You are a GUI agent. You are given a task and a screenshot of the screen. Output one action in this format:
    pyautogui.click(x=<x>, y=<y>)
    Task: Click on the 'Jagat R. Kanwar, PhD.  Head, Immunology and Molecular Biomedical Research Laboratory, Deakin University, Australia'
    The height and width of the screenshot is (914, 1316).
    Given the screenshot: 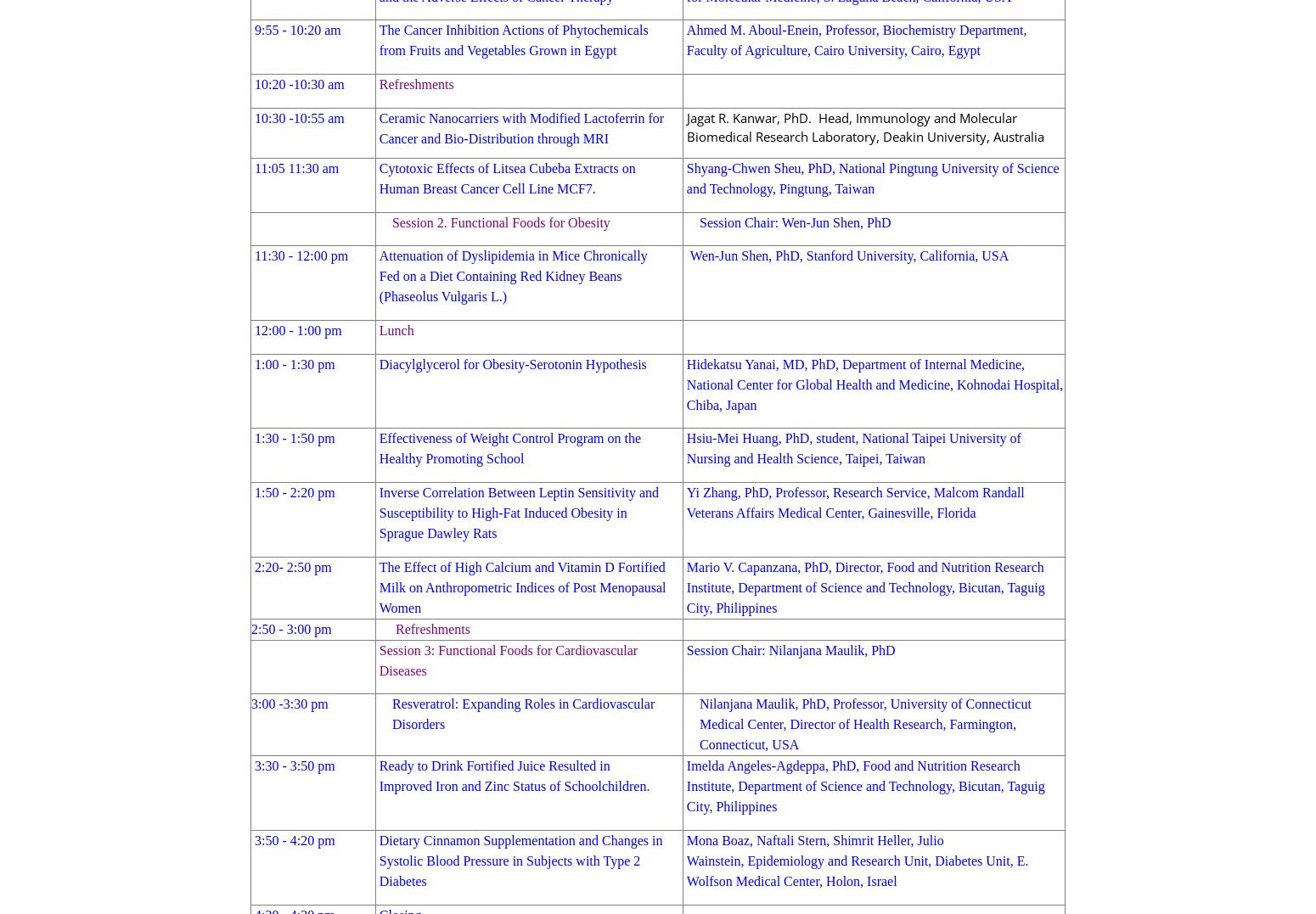 What is the action you would take?
    pyautogui.click(x=864, y=126)
    